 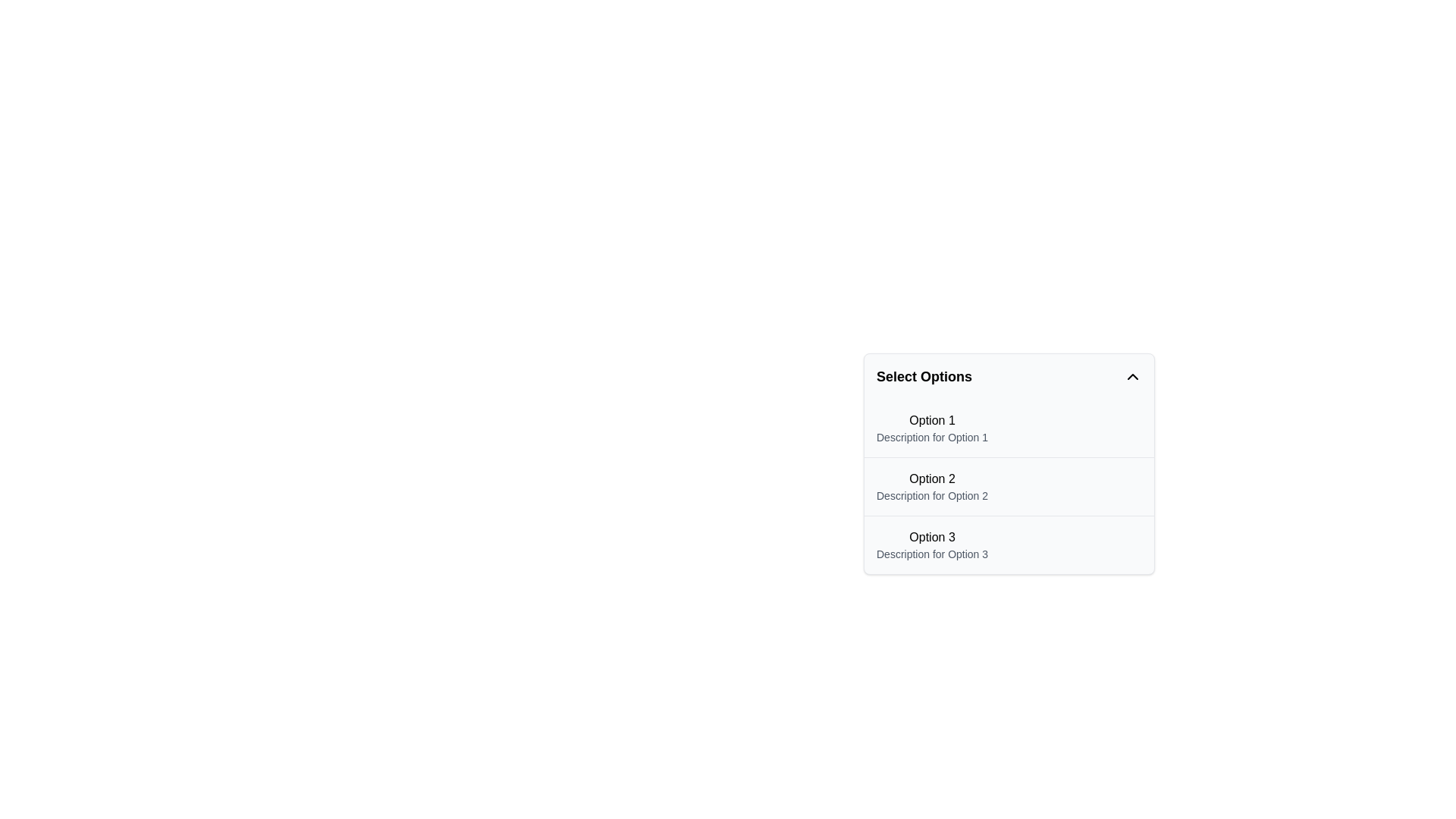 What do you see at coordinates (931, 486) in the screenshot?
I see `the list item element labeled 'Option 2'` at bounding box center [931, 486].